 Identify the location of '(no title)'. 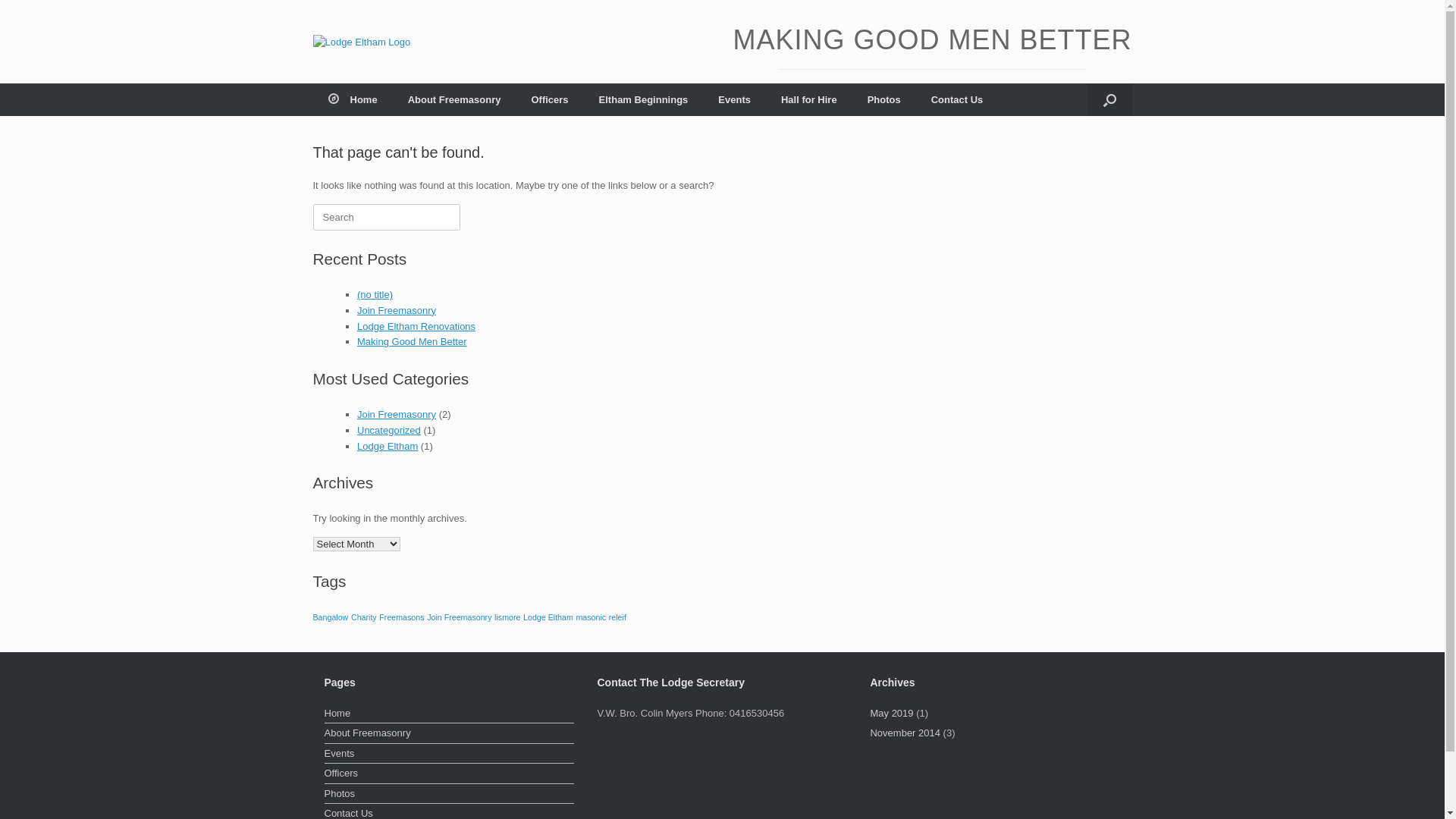
(375, 294).